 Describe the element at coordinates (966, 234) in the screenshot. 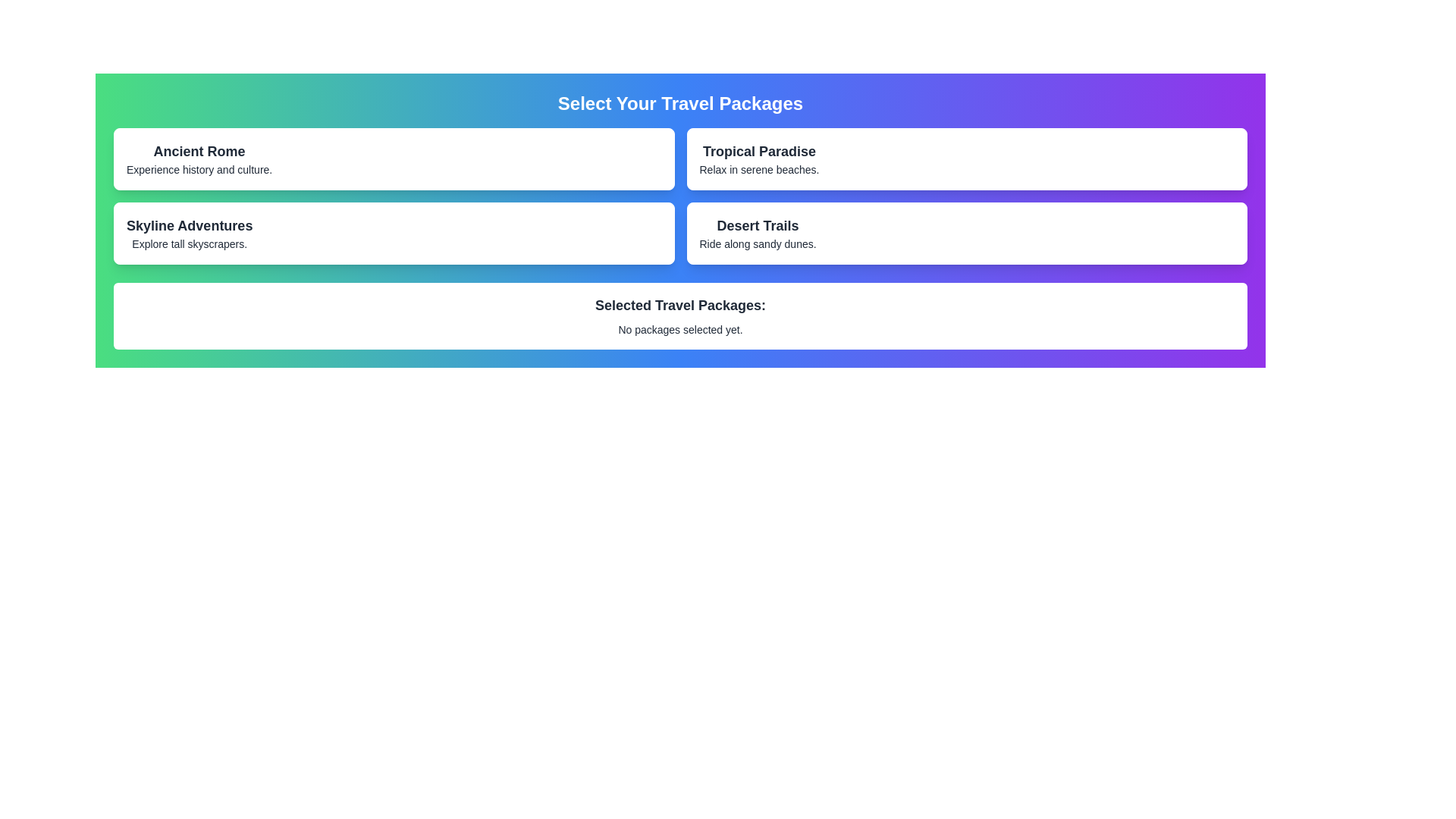

I see `the 'Desert Trails' travel package selection button located in the second row and second column of the grid layout` at that location.